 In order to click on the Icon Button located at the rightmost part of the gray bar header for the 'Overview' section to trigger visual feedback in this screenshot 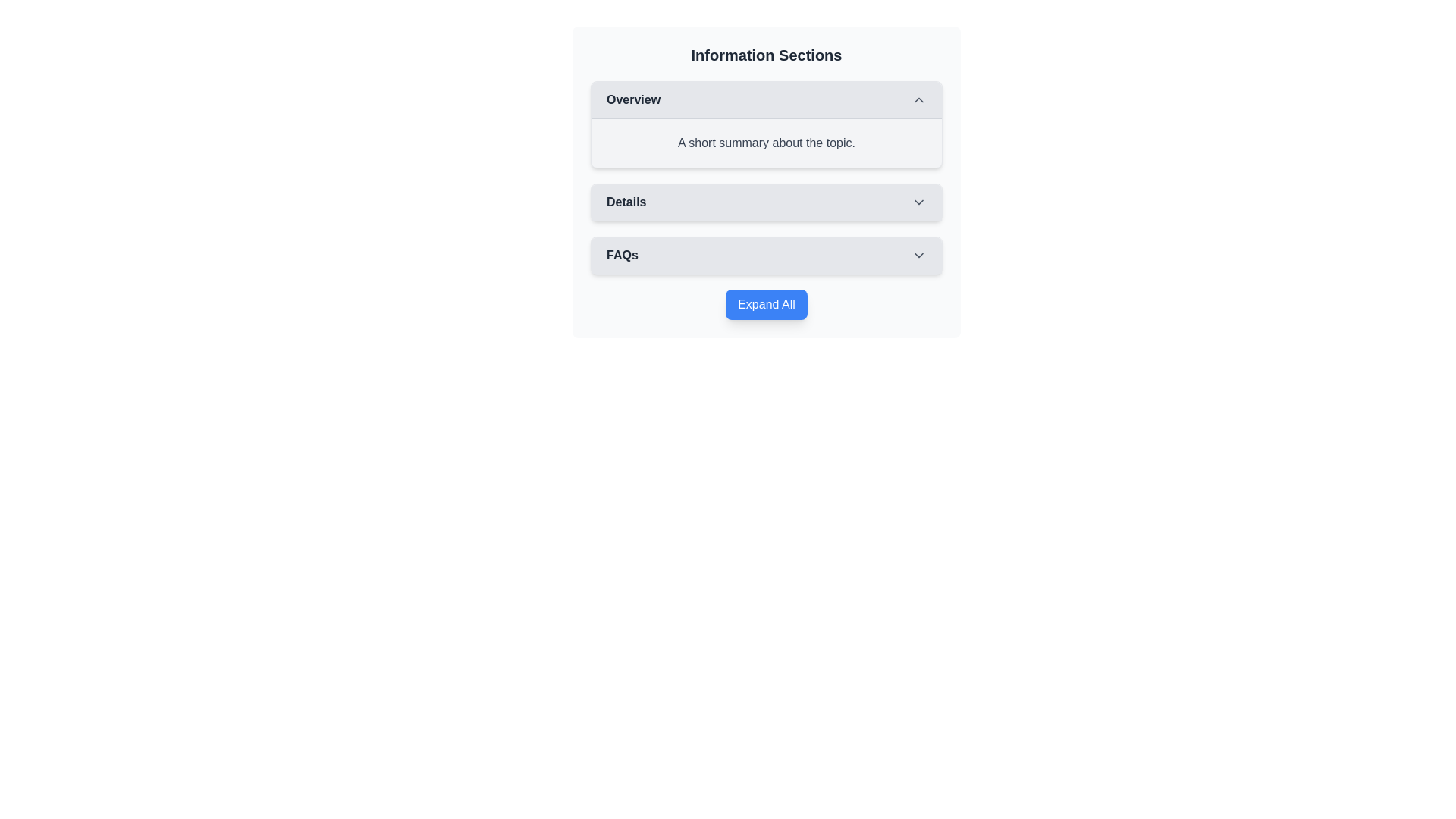, I will do `click(918, 99)`.